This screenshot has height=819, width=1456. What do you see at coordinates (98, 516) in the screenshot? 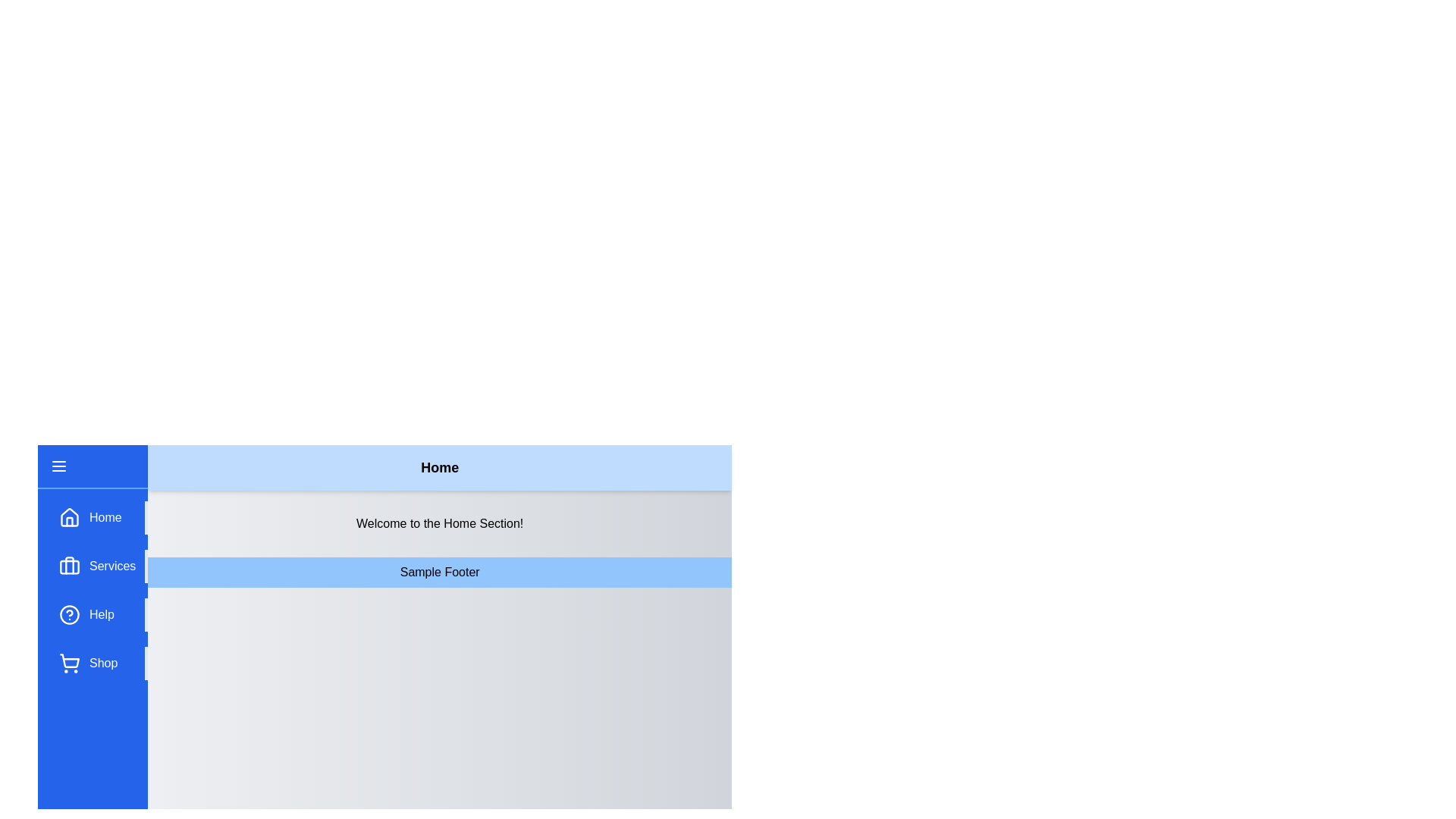
I see `the 'Home' navigation button located at the top of the sidebar menu` at bounding box center [98, 516].